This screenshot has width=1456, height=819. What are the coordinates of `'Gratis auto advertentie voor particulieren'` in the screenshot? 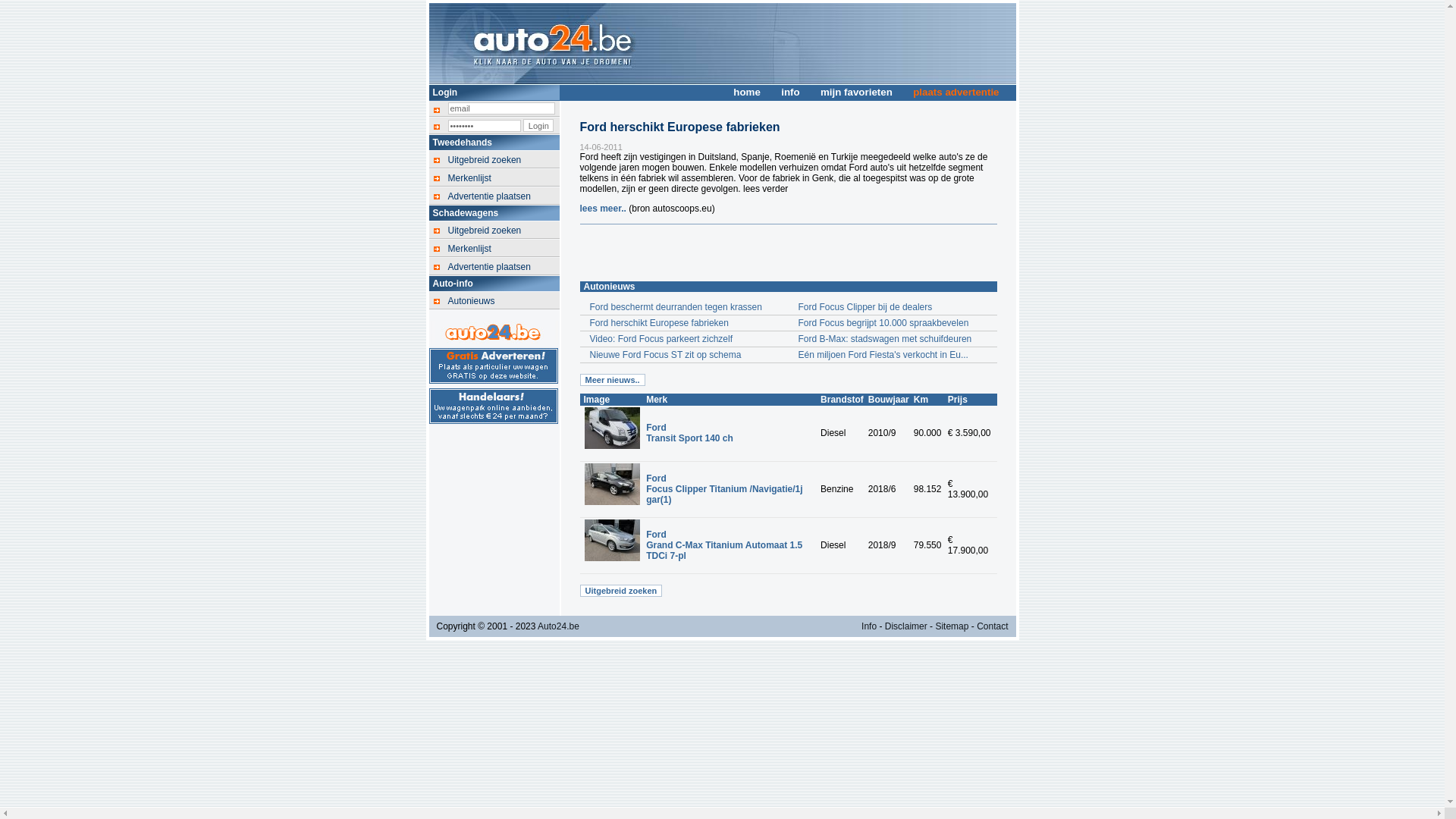 It's located at (494, 366).